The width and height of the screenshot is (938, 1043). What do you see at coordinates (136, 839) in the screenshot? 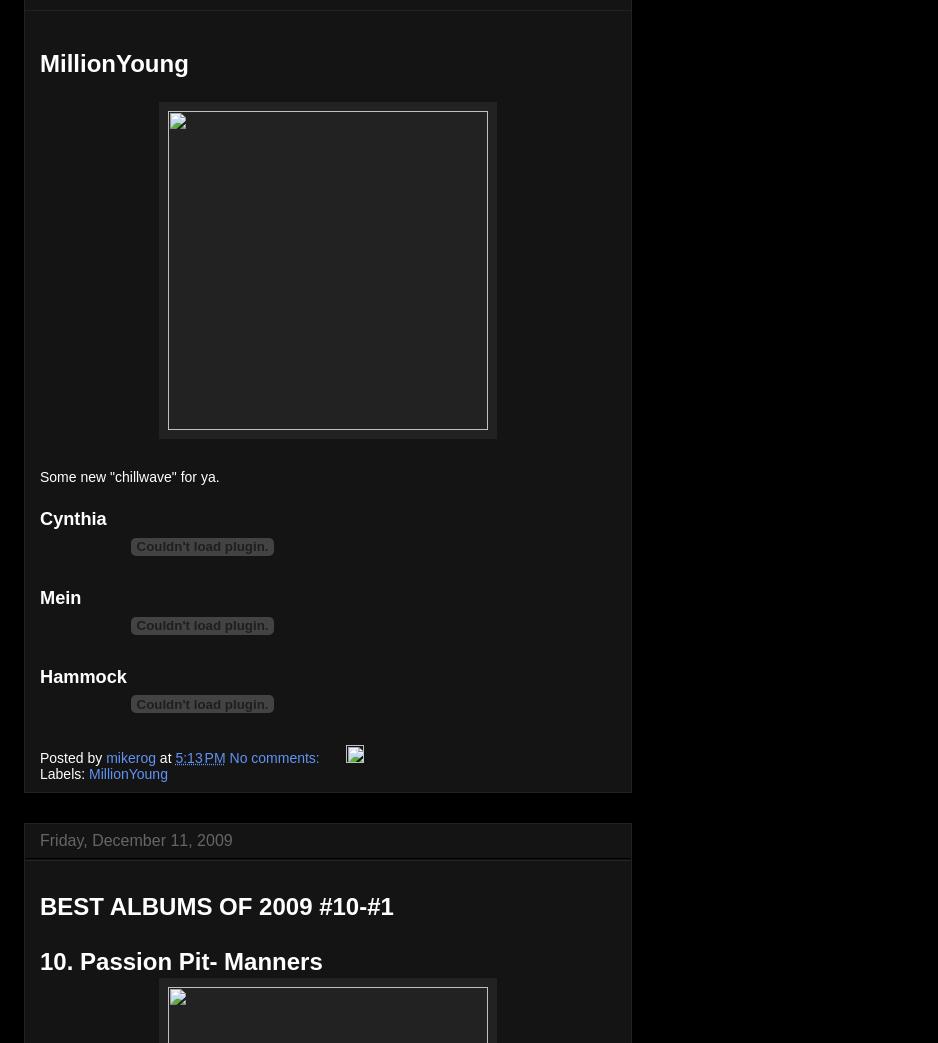
I see `'Friday, December 11, 2009'` at bounding box center [136, 839].